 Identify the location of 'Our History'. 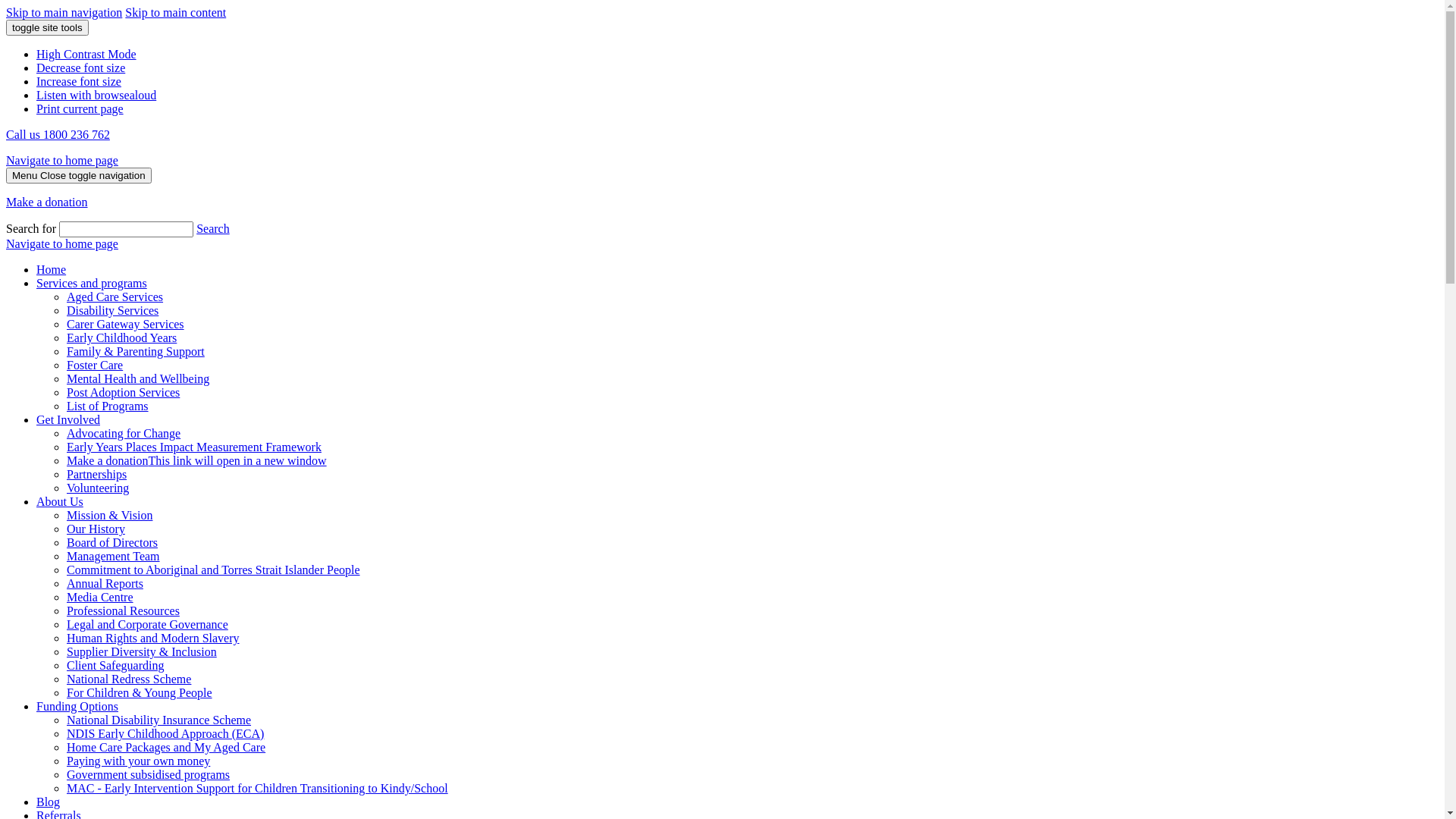
(65, 528).